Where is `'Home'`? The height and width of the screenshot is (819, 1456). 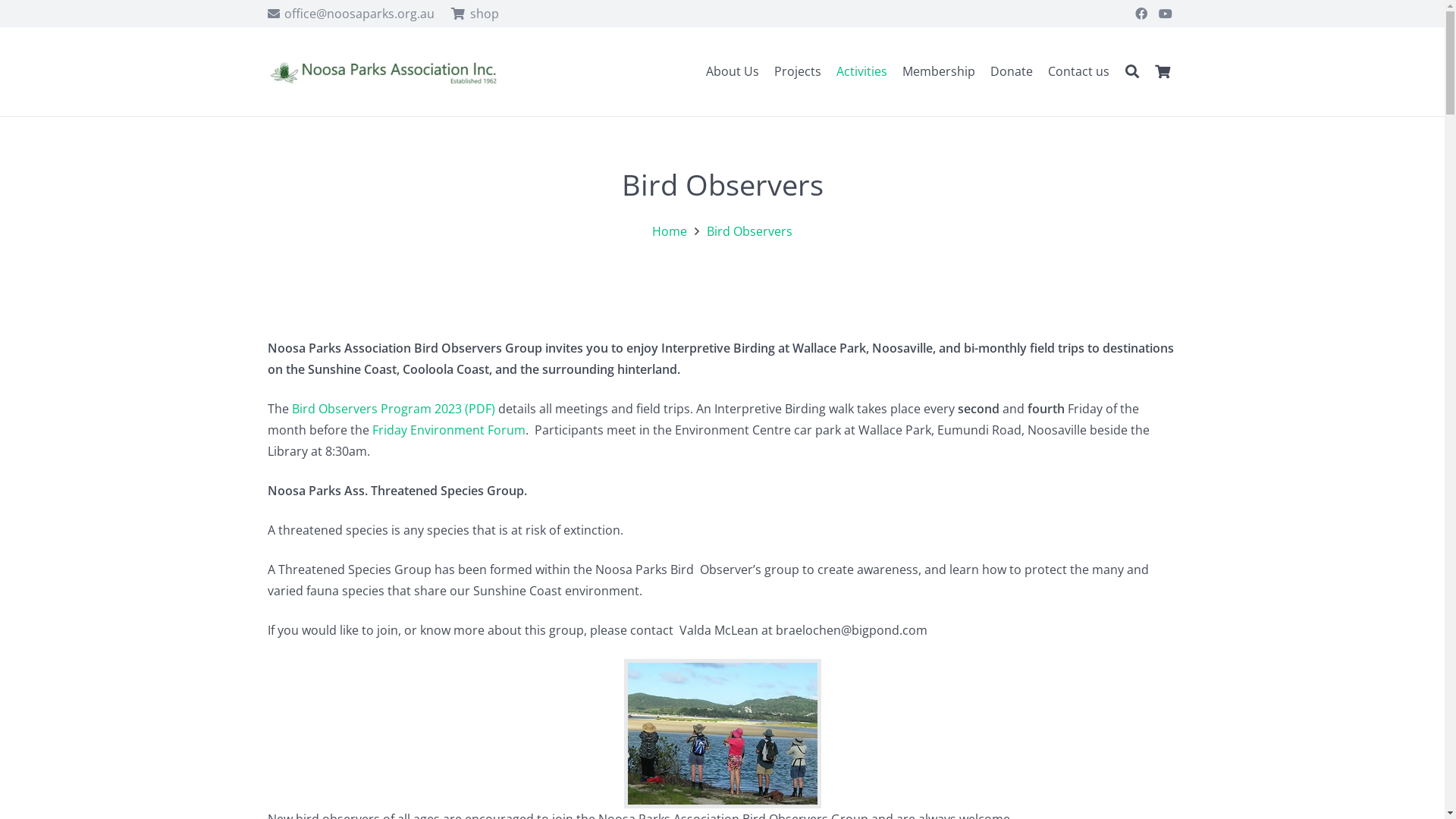
'Home' is located at coordinates (669, 231).